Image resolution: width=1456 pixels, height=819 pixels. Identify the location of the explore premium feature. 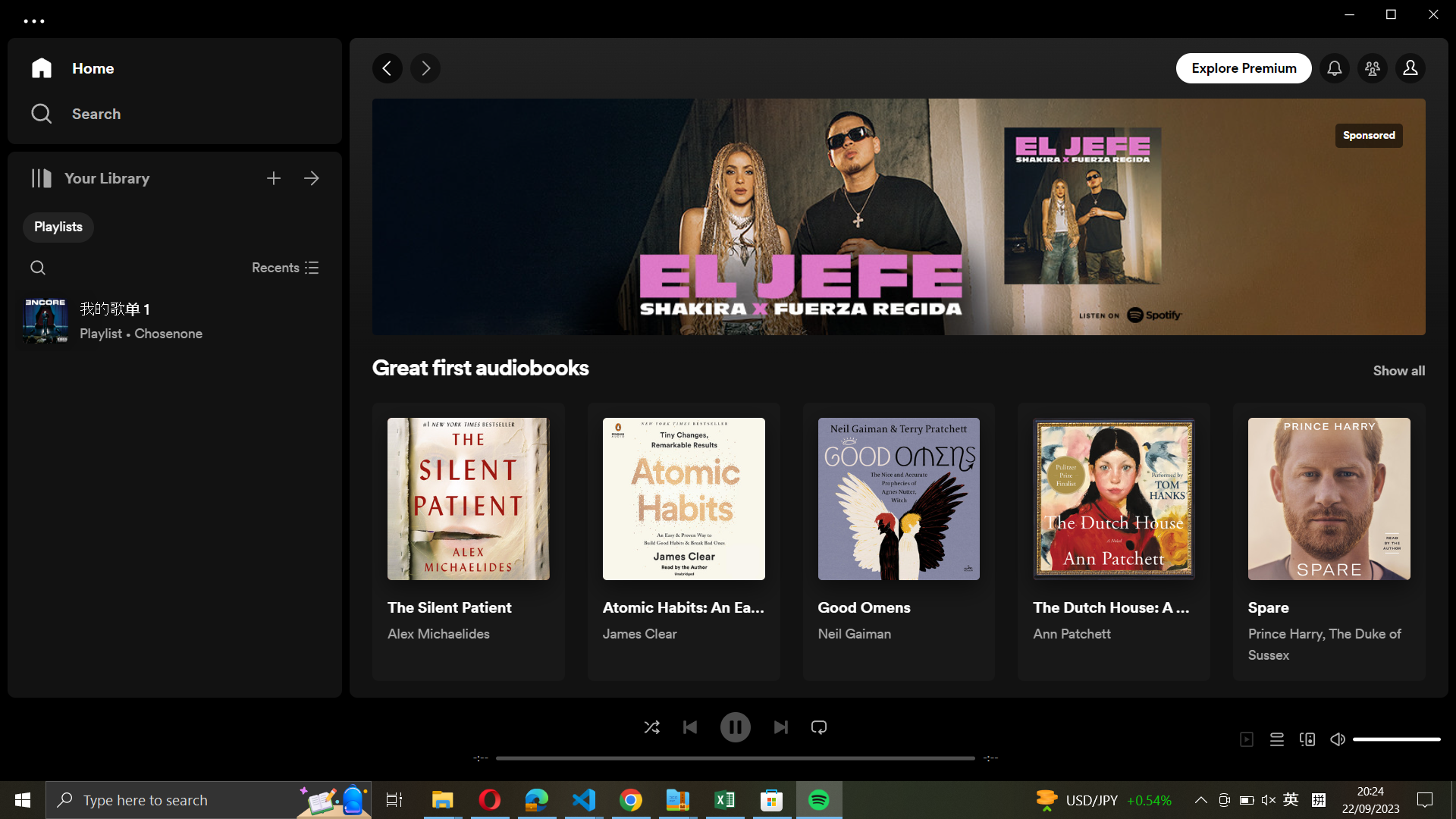
(1245, 67).